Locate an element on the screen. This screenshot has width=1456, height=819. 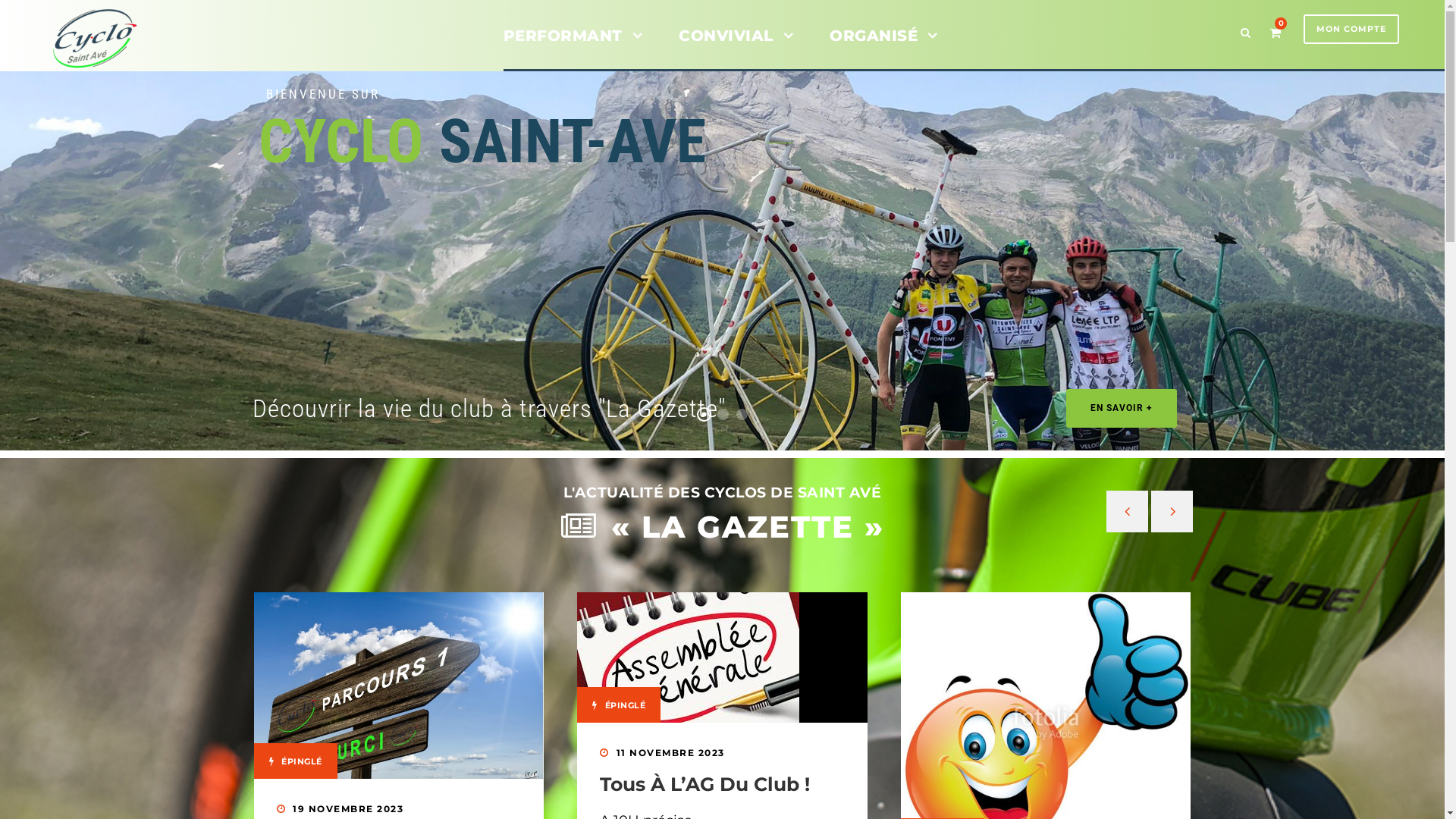
'MON COMPTE' is located at coordinates (1351, 29).